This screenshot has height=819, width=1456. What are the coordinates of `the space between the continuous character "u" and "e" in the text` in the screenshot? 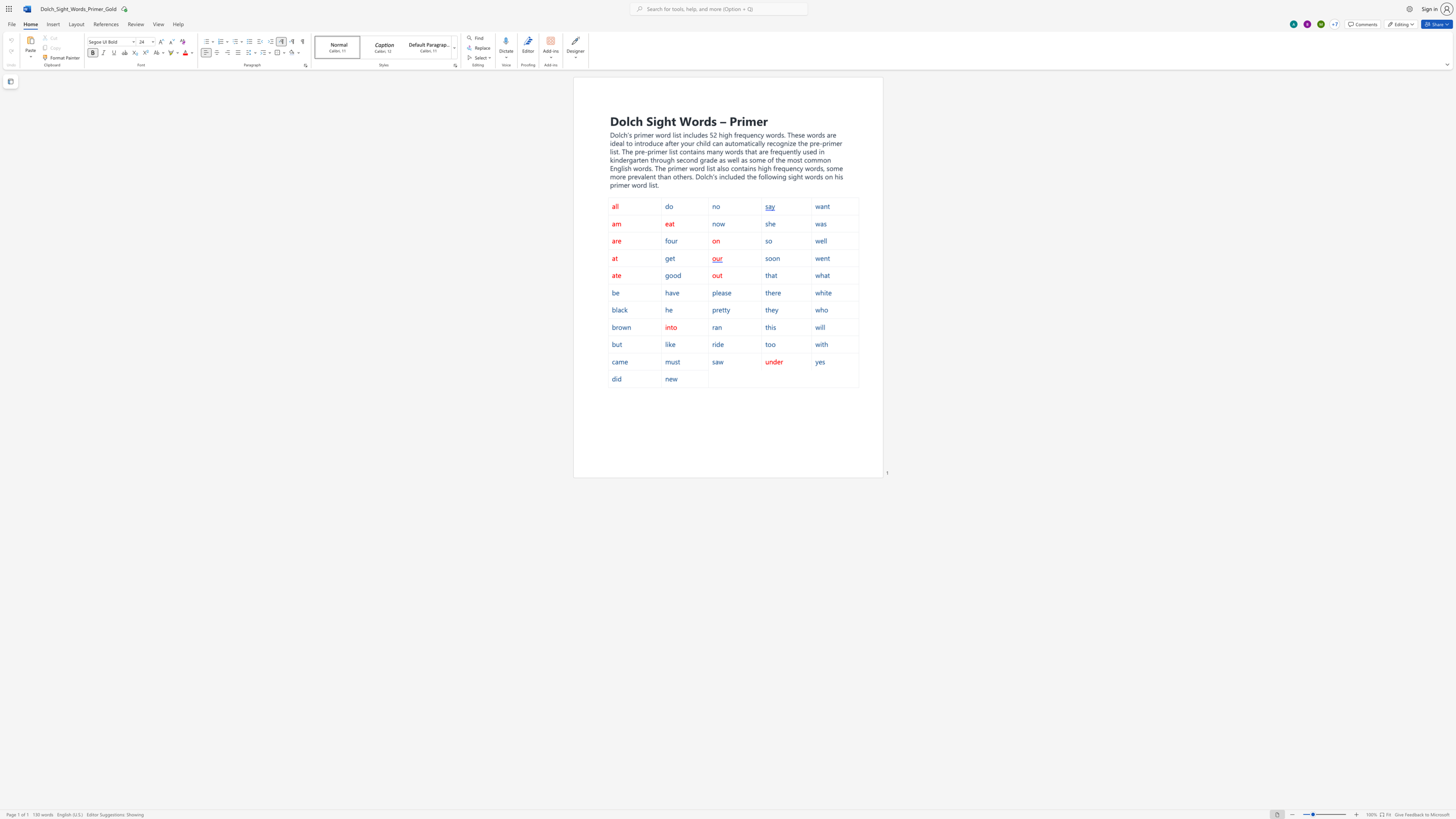 It's located at (785, 151).